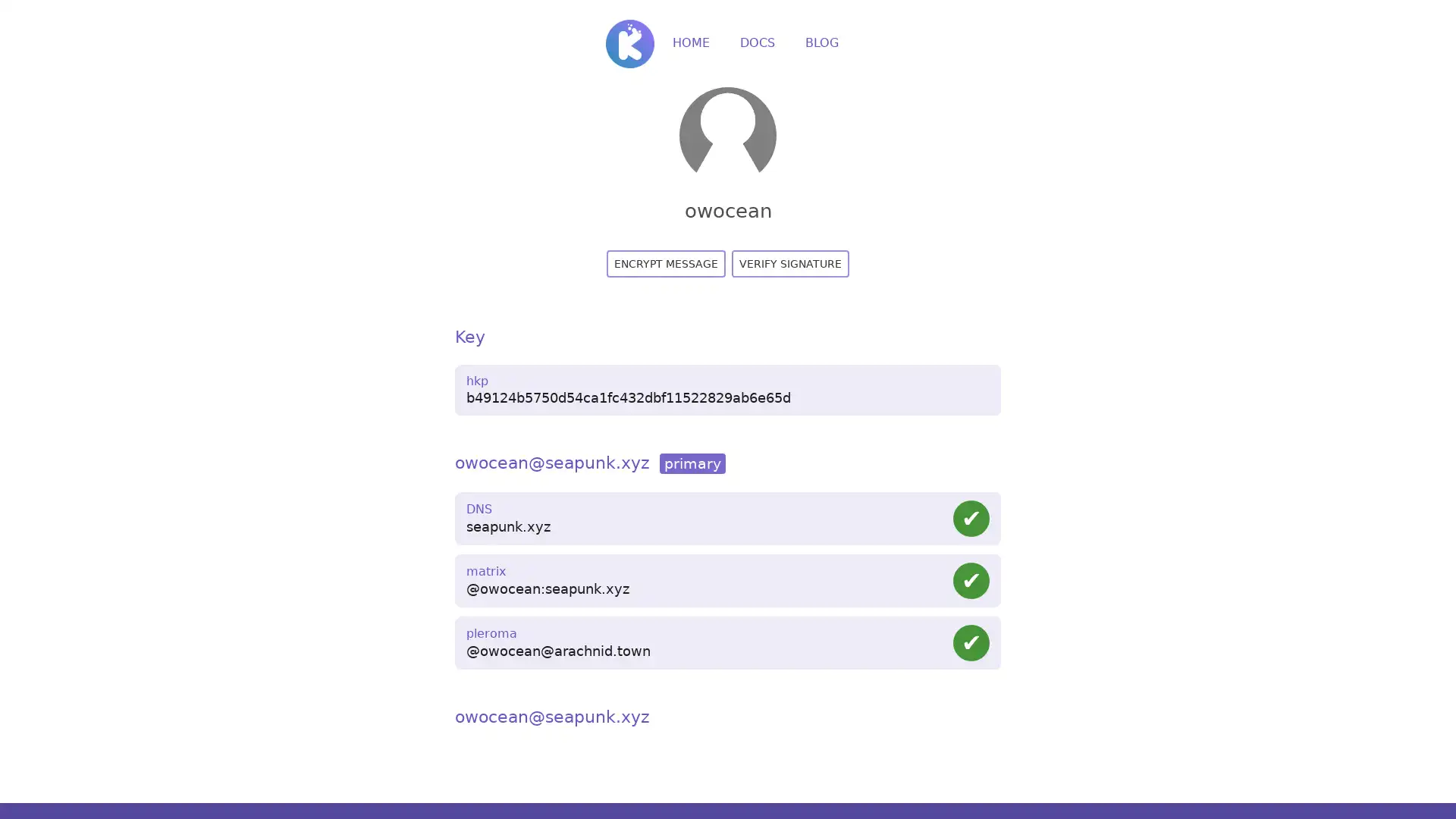 The width and height of the screenshot is (1456, 819). I want to click on VERIFY SIGNATURE, so click(789, 262).